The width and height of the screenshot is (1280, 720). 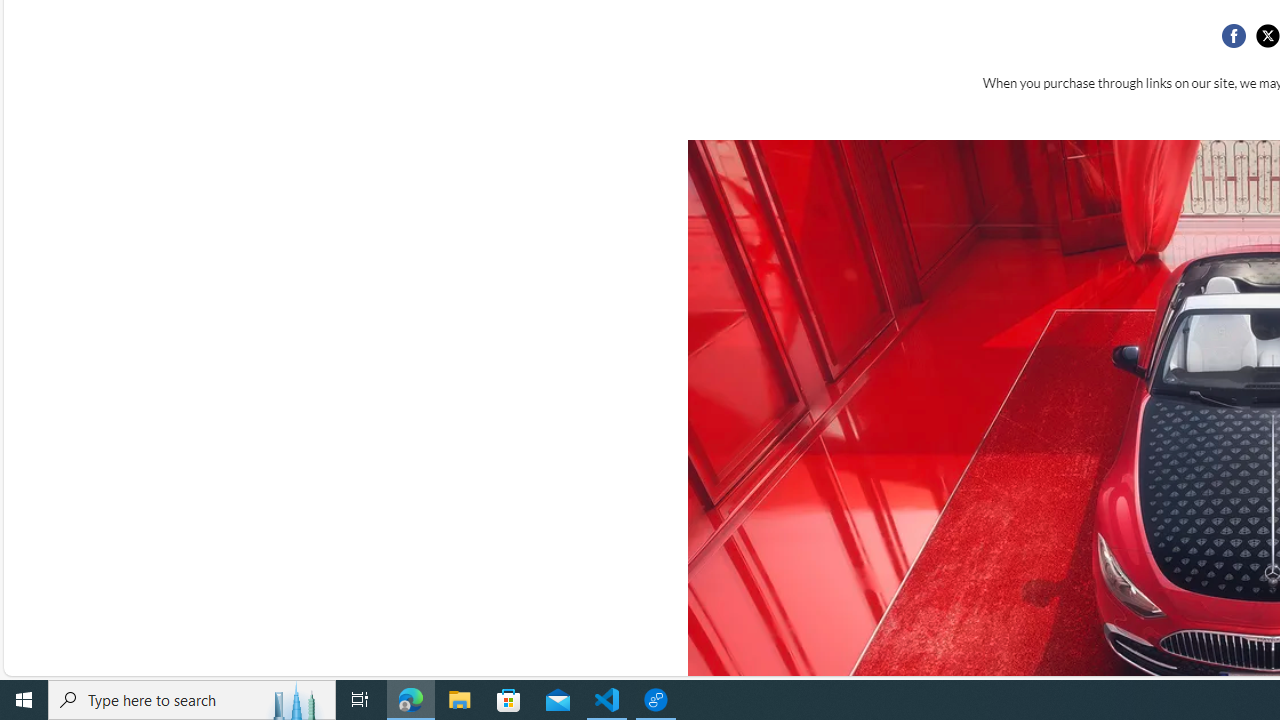 What do you see at coordinates (1266, 36) in the screenshot?
I see `'Share this page on Twitter'` at bounding box center [1266, 36].